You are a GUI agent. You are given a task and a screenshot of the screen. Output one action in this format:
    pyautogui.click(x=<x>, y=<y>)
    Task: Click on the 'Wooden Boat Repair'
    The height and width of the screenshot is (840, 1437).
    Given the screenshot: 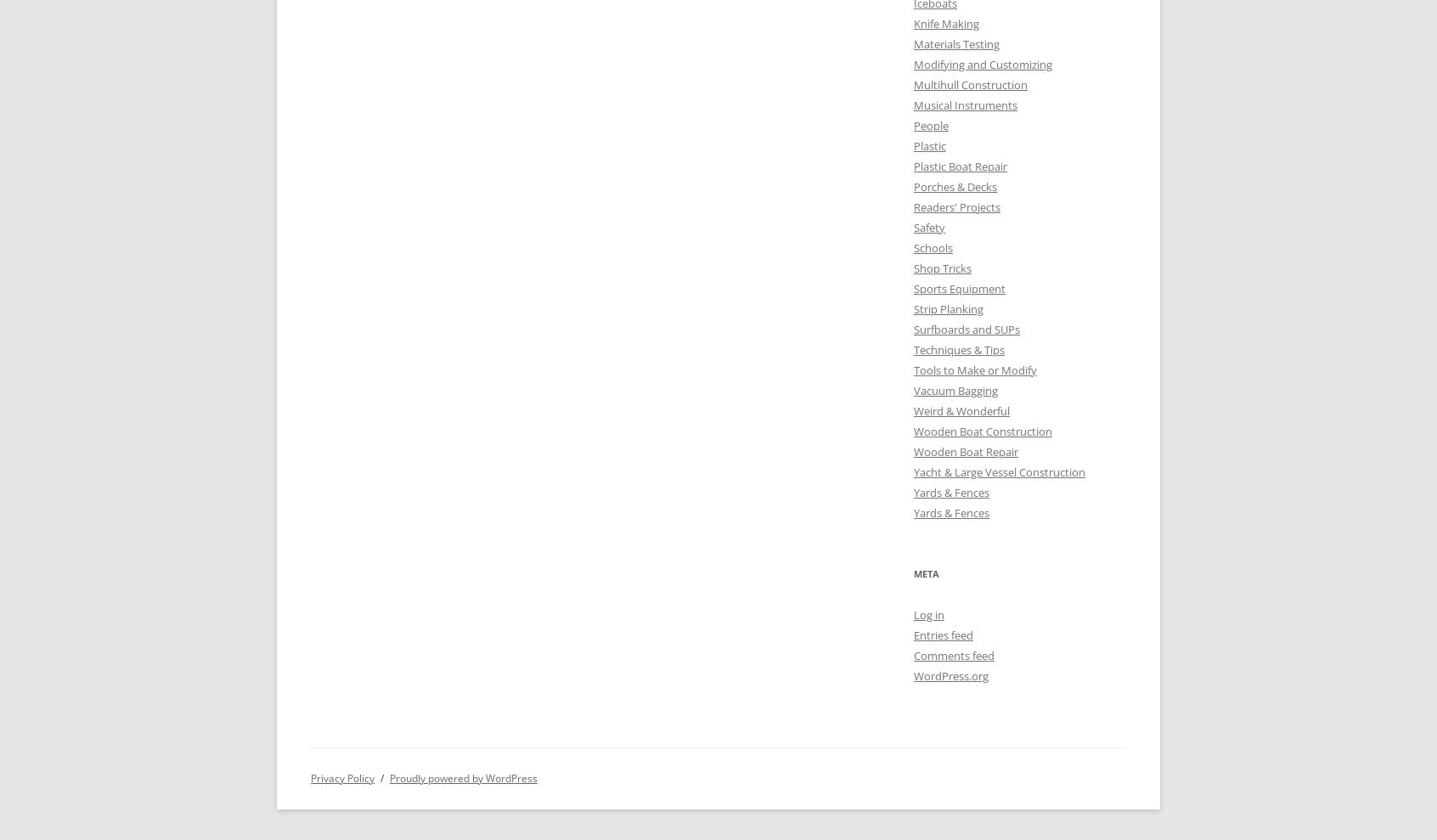 What is the action you would take?
    pyautogui.click(x=913, y=450)
    